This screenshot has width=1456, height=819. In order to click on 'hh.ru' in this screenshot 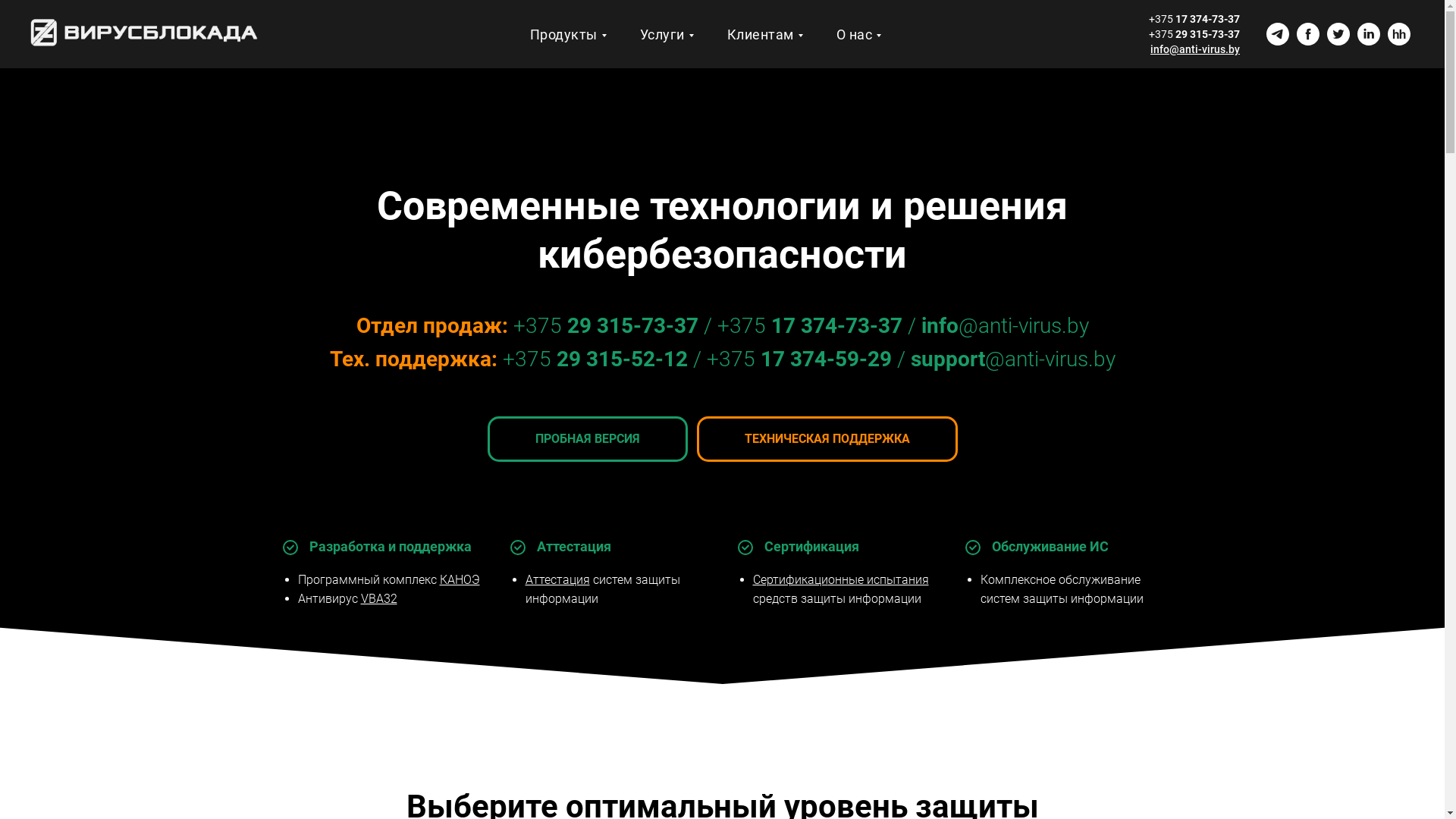, I will do `click(1398, 34)`.